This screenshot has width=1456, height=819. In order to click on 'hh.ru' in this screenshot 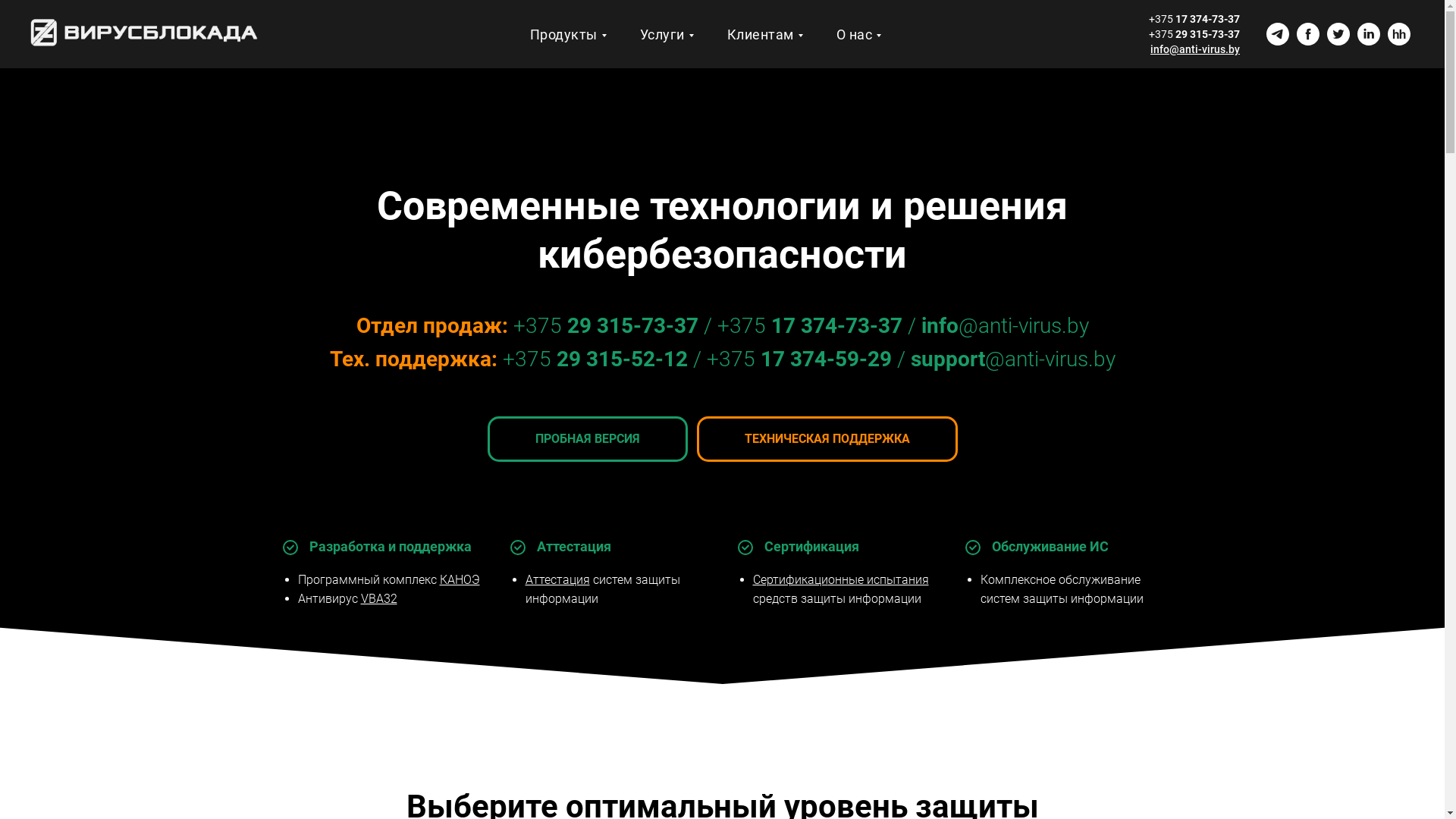, I will do `click(1398, 34)`.